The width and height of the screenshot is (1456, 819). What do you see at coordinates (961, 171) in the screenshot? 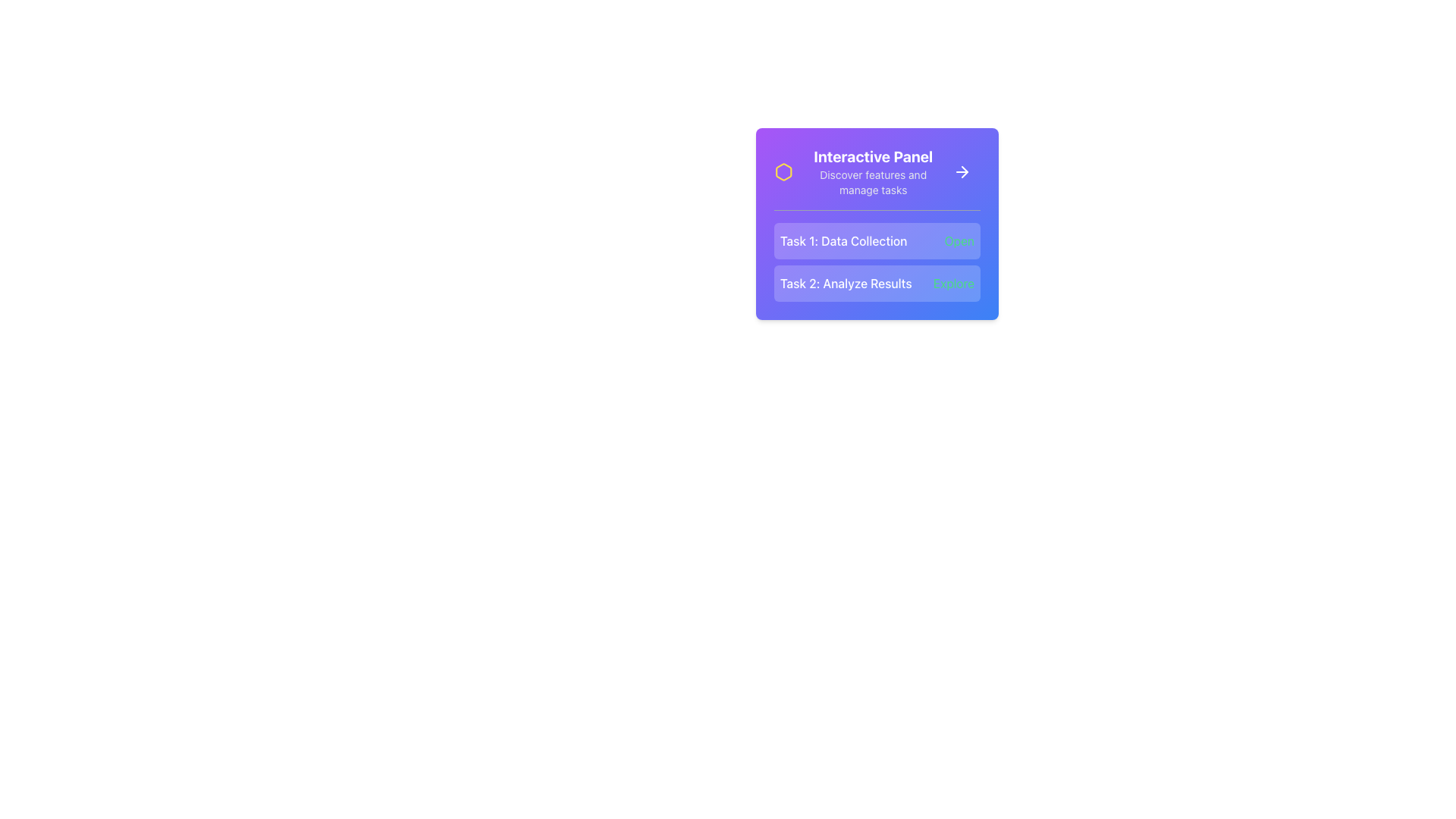
I see `the rightward-pointing arrow icon button, which is white outlined against a purple background and located in the top-right corner of the interactive panel` at bounding box center [961, 171].